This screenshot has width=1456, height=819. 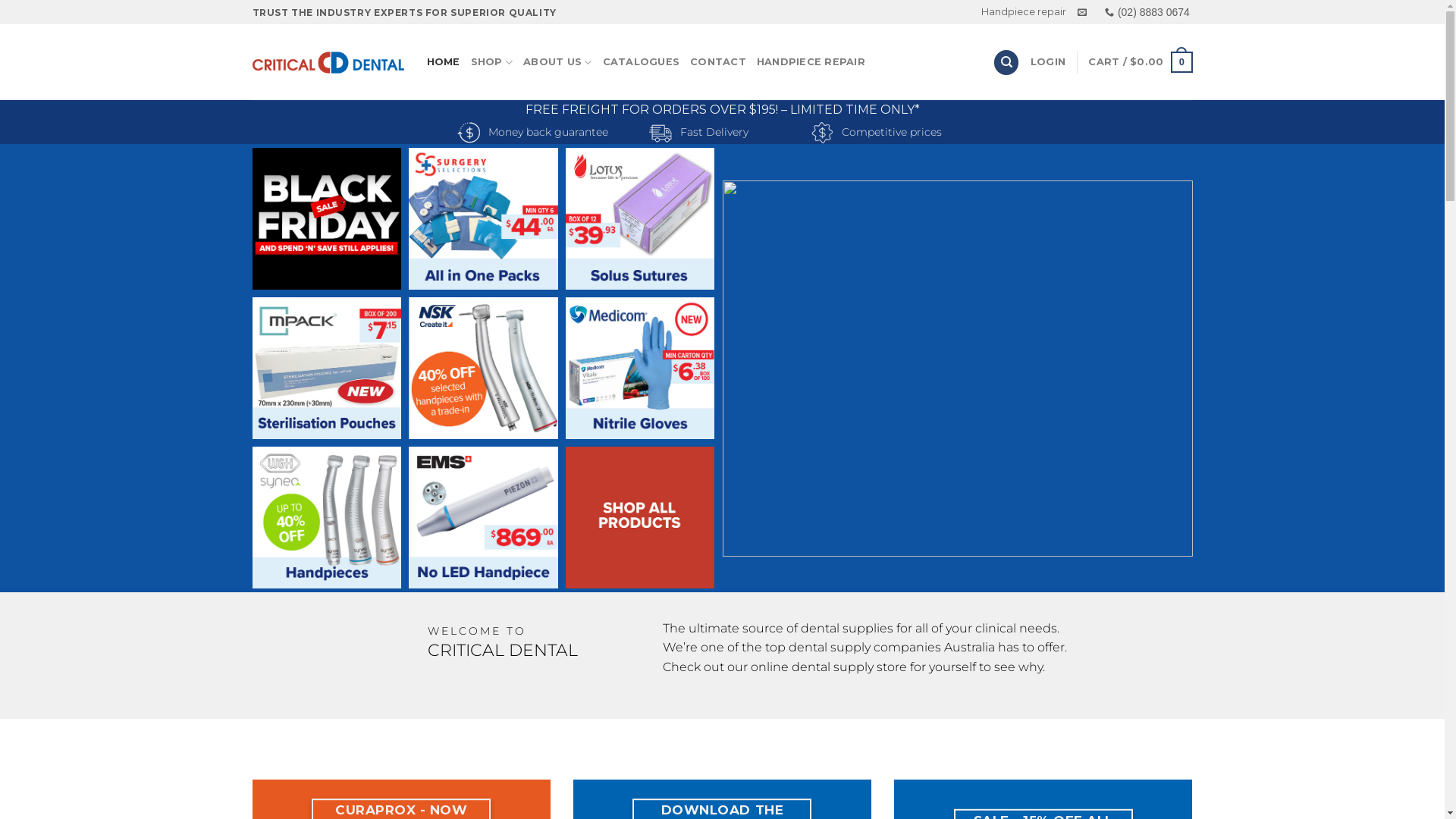 What do you see at coordinates (1147, 11) in the screenshot?
I see `'(02) 8883 0674'` at bounding box center [1147, 11].